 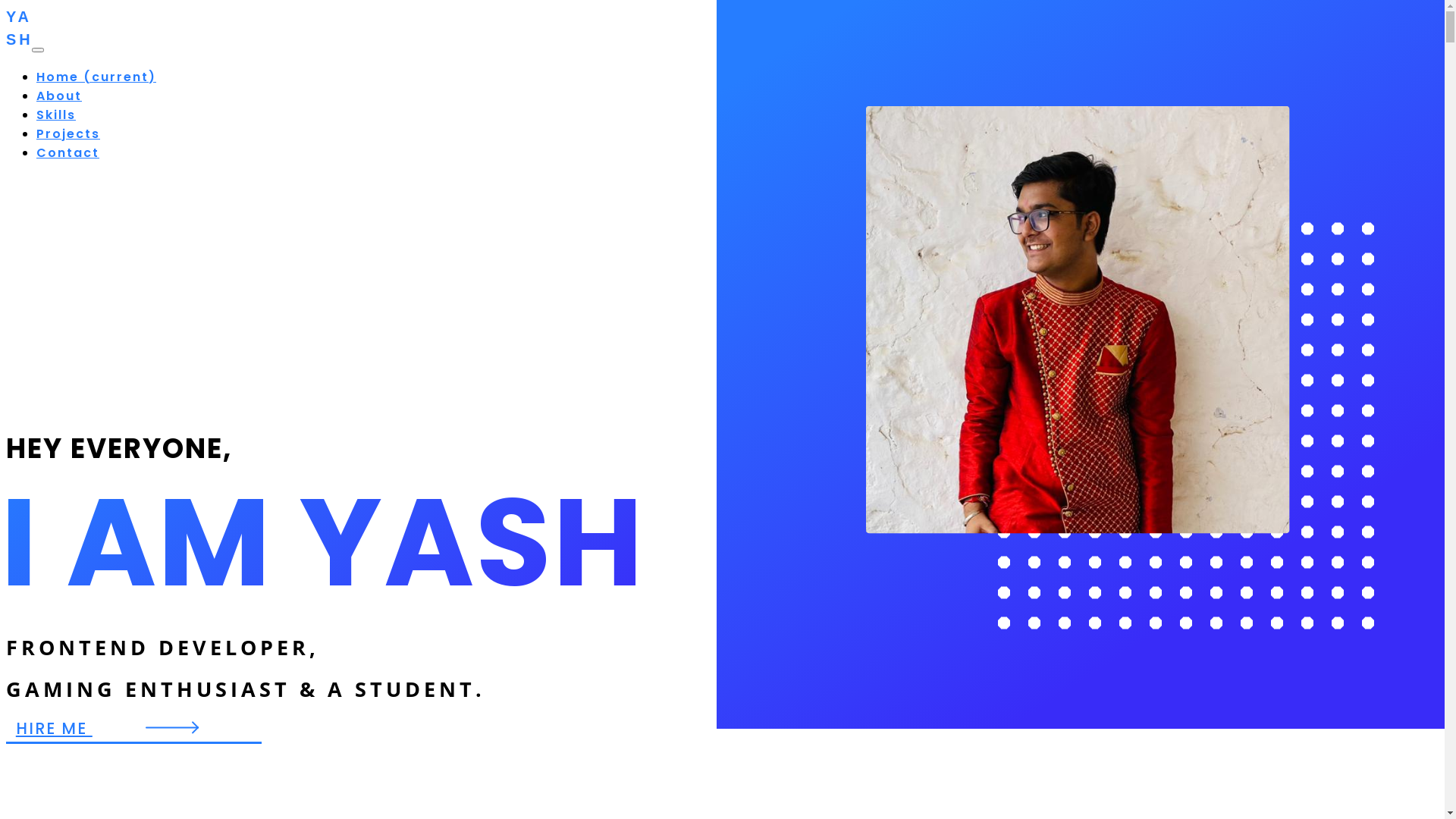 What do you see at coordinates (95, 77) in the screenshot?
I see `'Home (current)'` at bounding box center [95, 77].